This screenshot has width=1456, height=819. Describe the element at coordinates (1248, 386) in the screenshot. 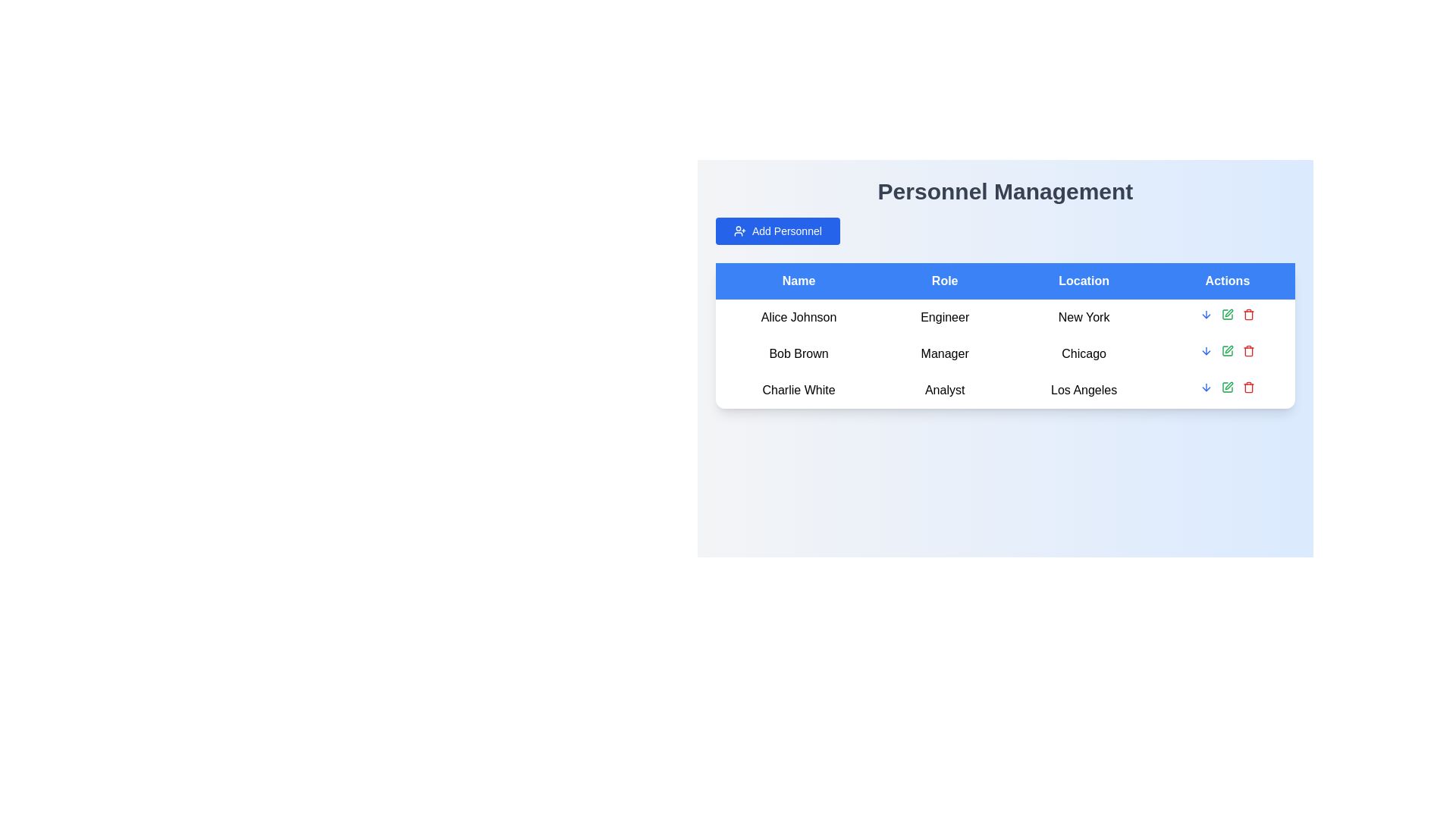

I see `the delete button` at that location.